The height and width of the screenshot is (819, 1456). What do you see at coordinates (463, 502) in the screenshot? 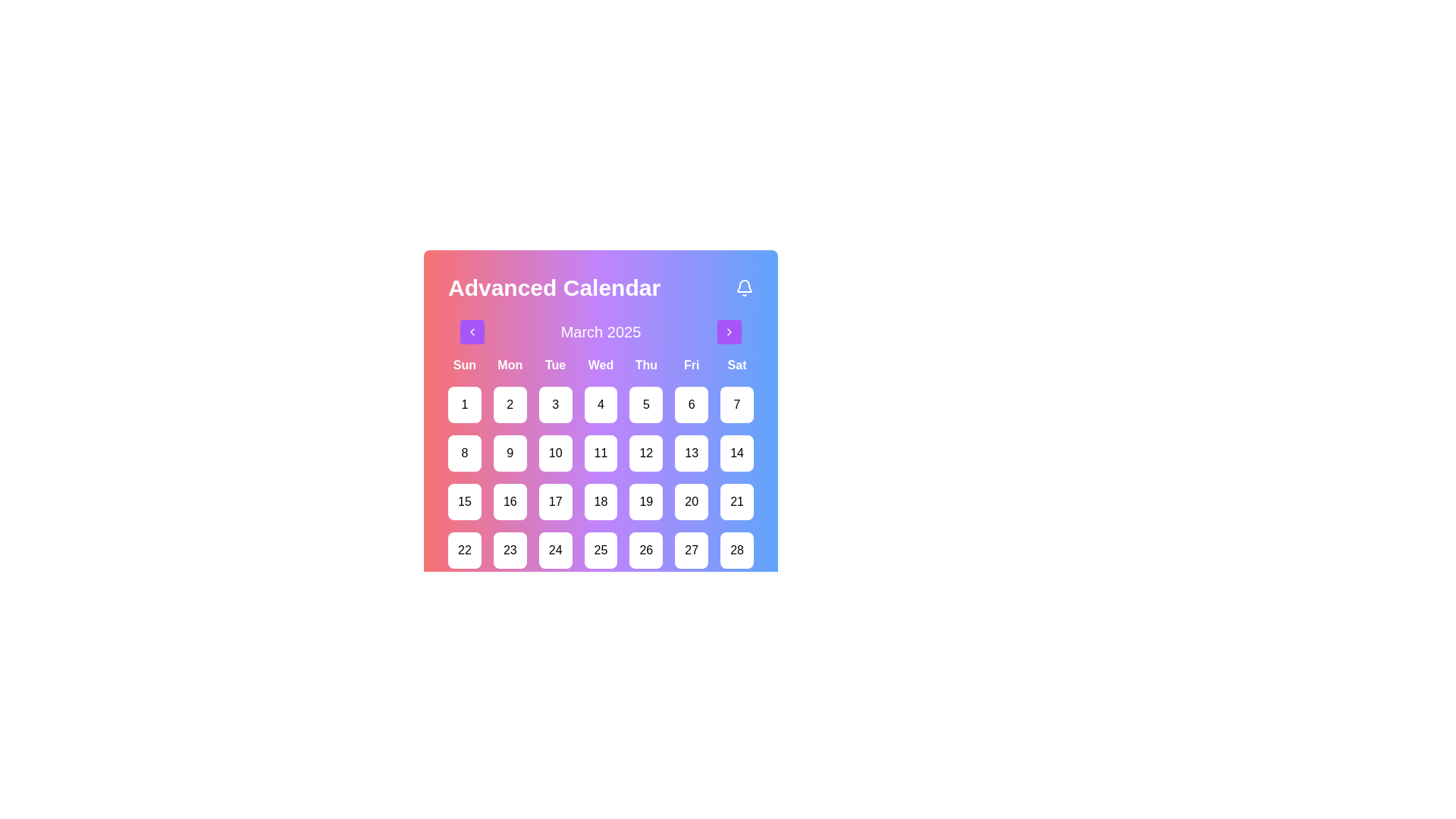
I see `the calendar date item displaying '15', which is a square-shaped element with rounded corners and a bold black font` at bounding box center [463, 502].